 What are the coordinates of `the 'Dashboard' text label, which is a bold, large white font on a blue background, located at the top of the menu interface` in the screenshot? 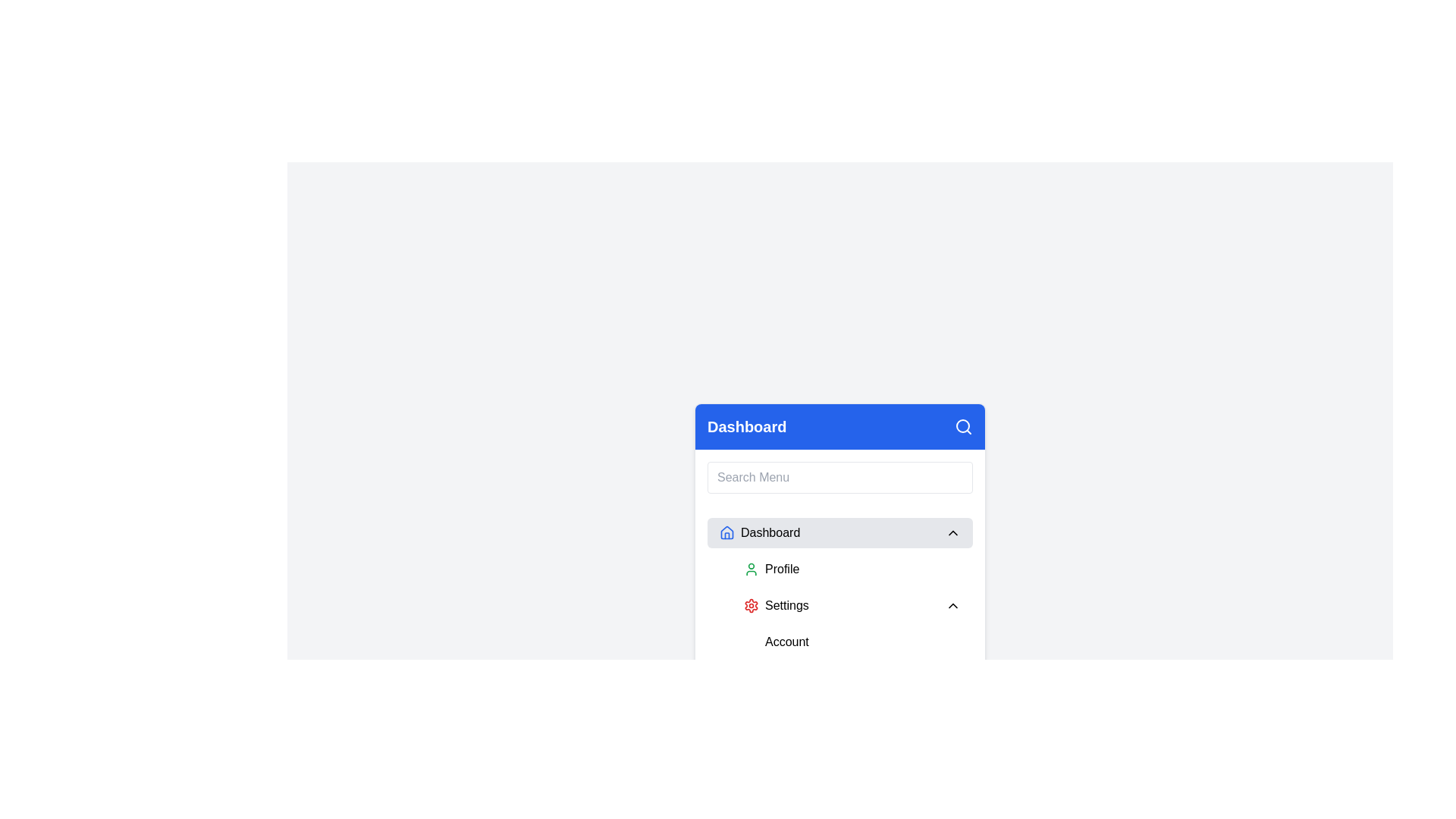 It's located at (747, 427).